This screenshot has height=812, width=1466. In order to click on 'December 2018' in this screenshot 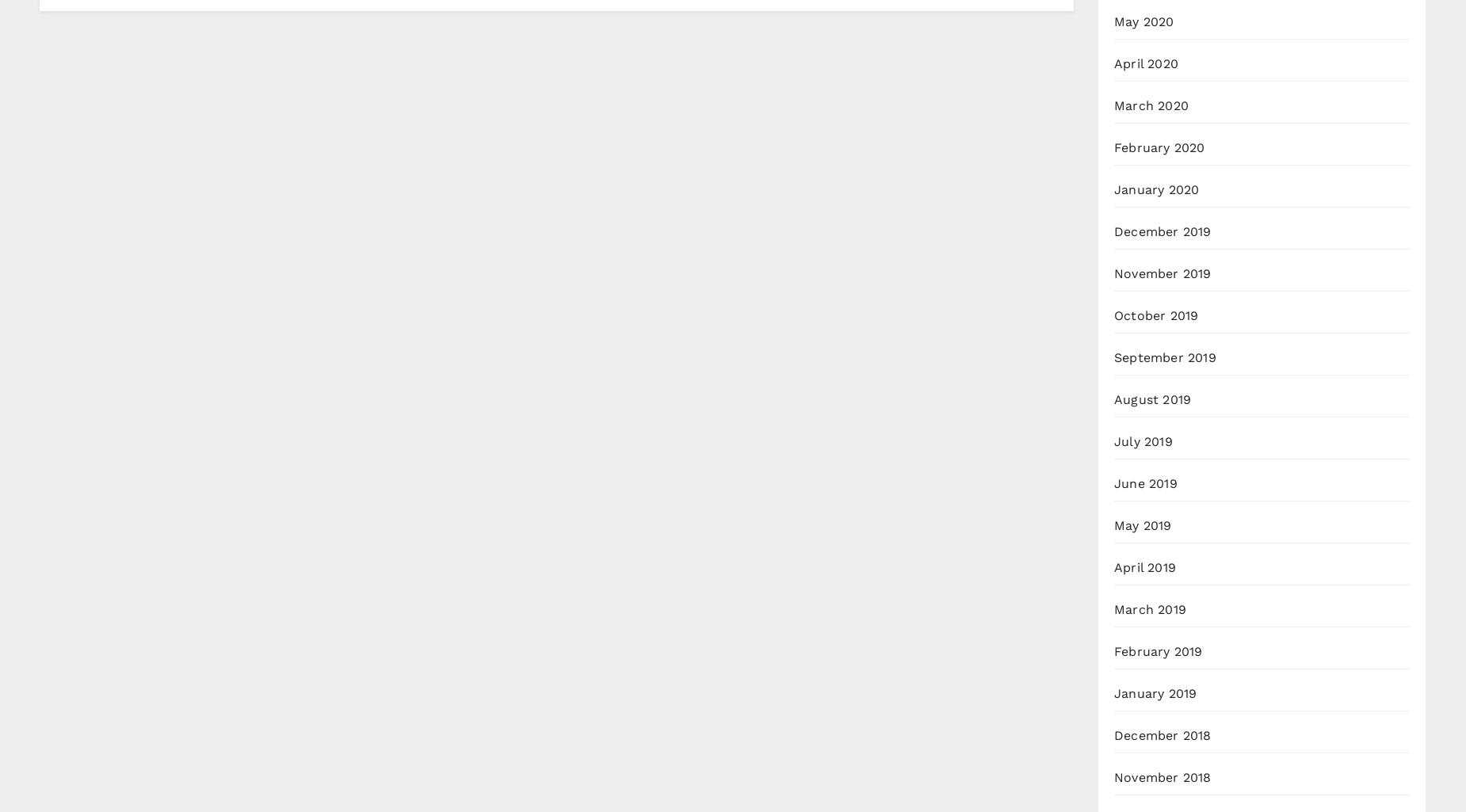, I will do `click(1162, 734)`.